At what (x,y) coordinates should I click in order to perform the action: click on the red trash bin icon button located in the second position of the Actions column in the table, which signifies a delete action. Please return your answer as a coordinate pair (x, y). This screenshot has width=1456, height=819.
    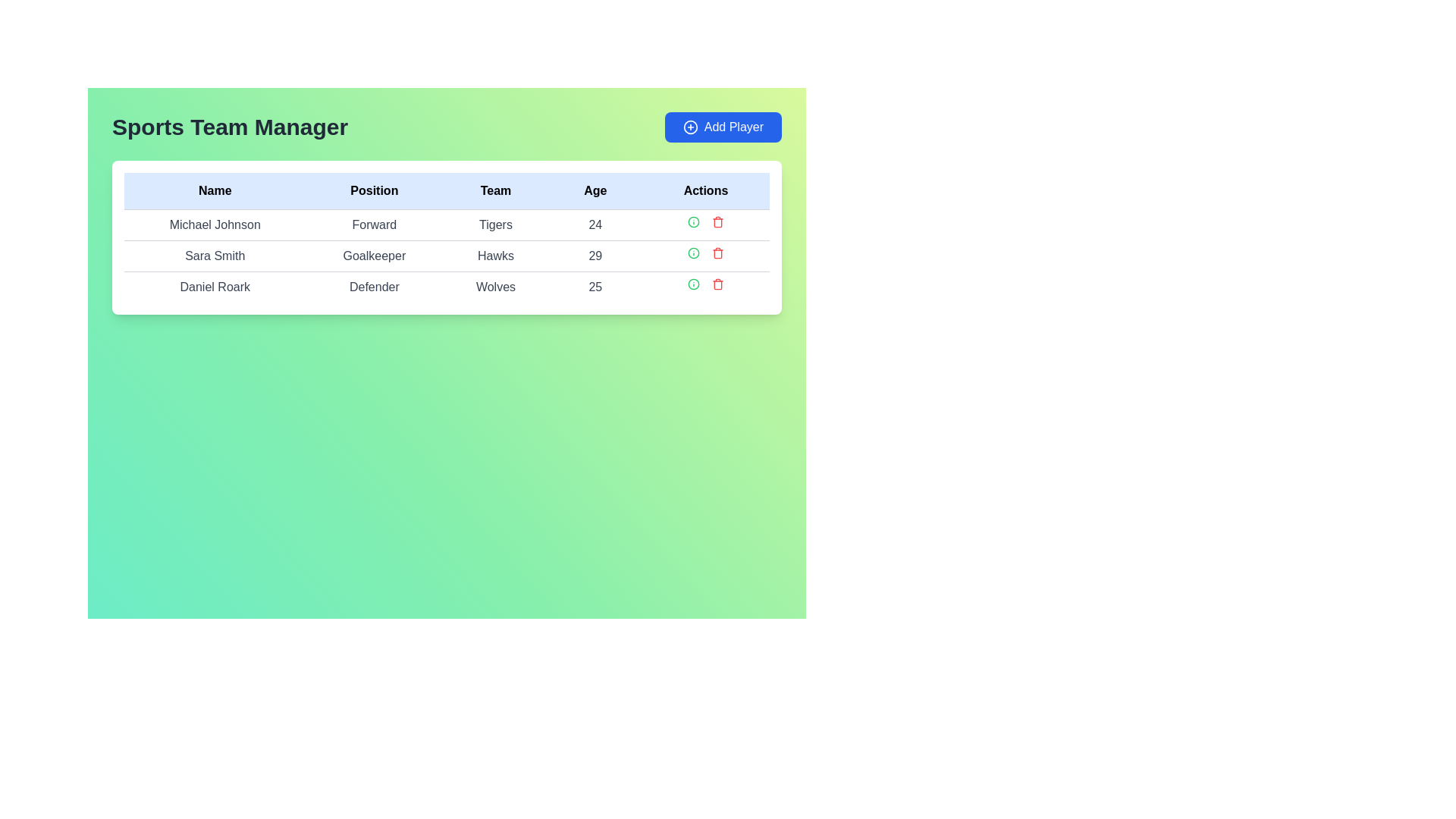
    Looking at the image, I should click on (717, 222).